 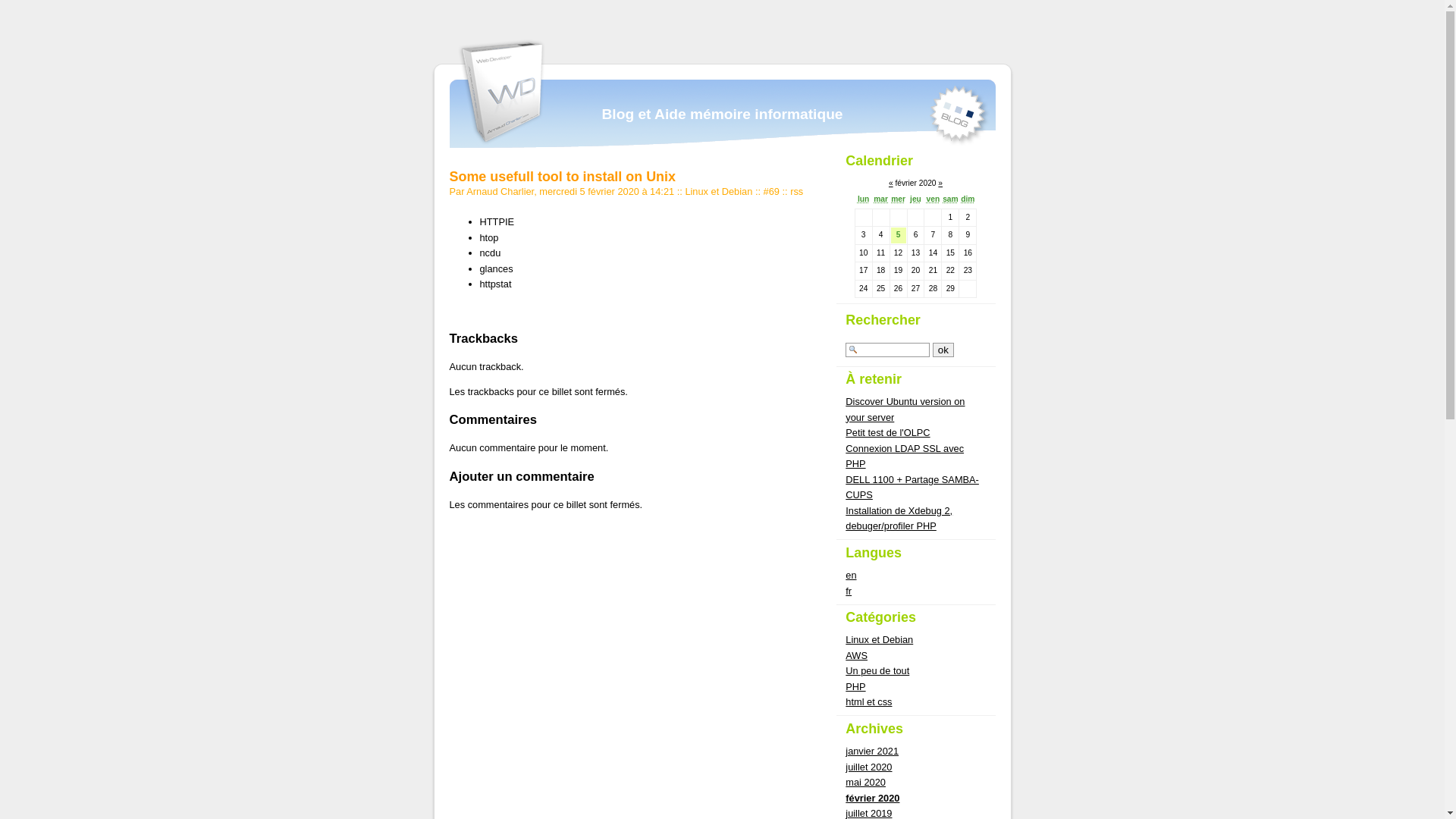 What do you see at coordinates (899, 517) in the screenshot?
I see `'Installation de Xdebug 2, debuger/profiler PHP'` at bounding box center [899, 517].